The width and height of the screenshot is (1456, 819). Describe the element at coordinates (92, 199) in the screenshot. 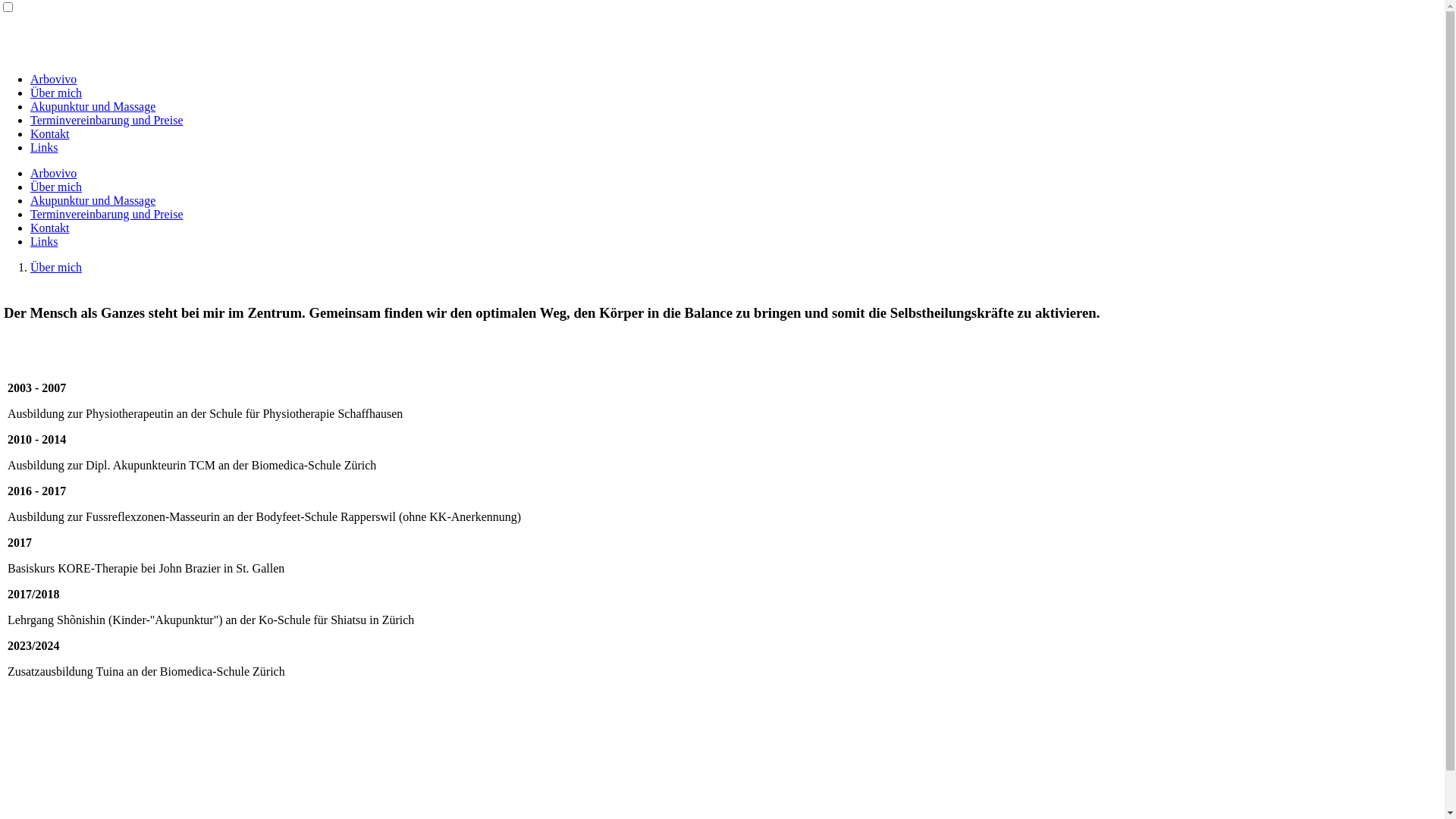

I see `'Akupunktur und Massage'` at that location.